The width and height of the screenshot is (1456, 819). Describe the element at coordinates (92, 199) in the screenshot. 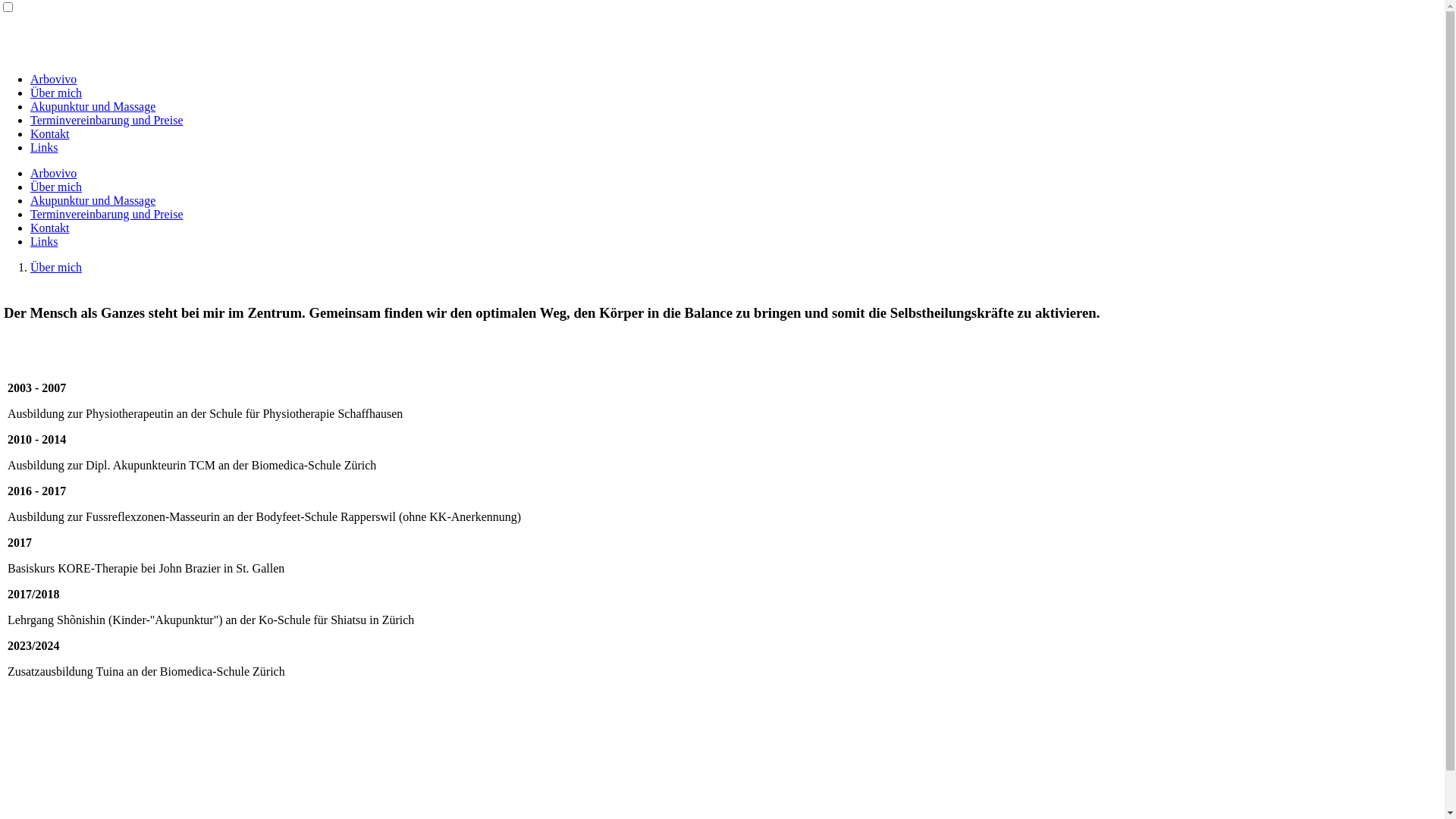

I see `'Akupunktur und Massage'` at that location.